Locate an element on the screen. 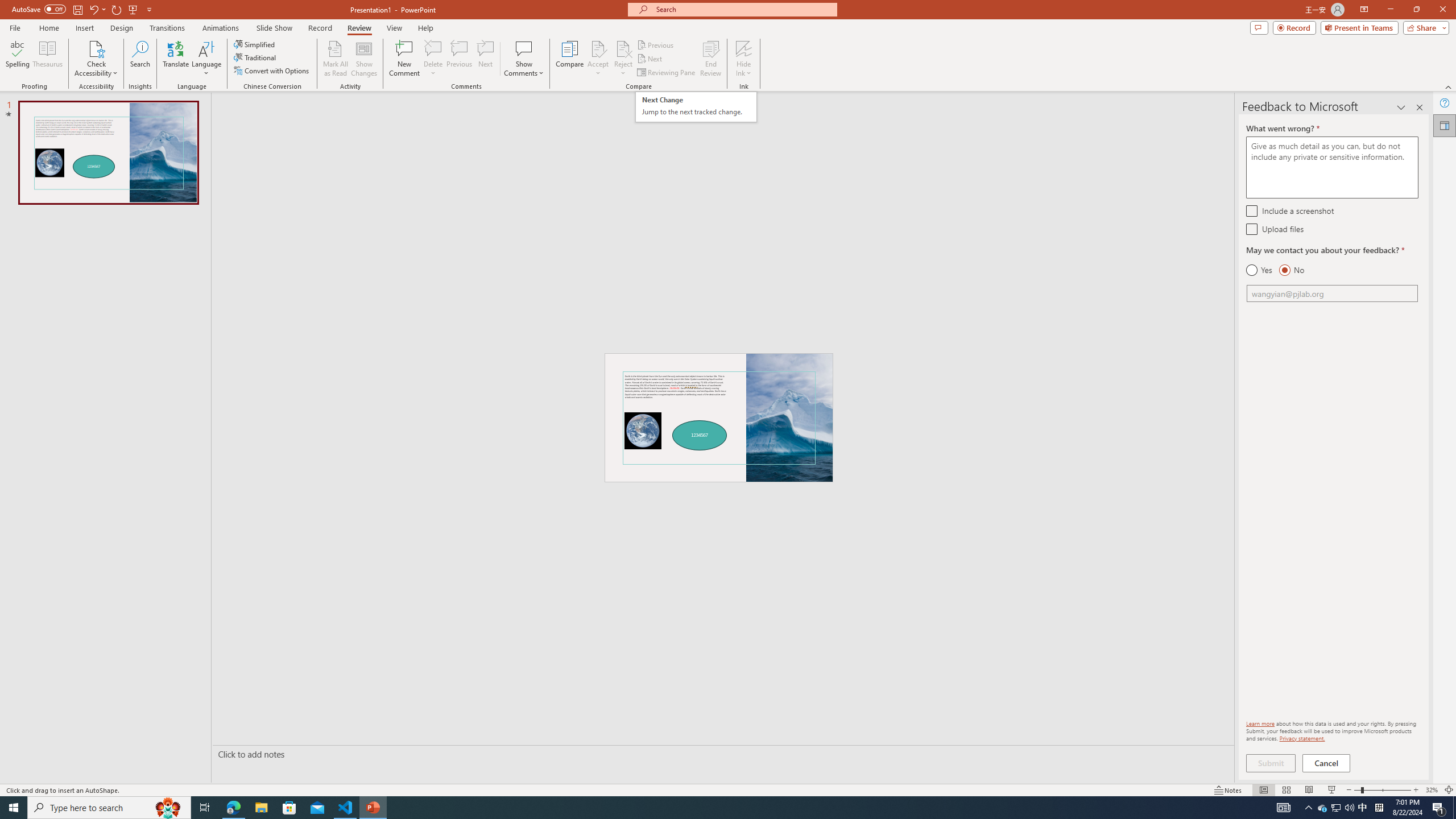 The image size is (1456, 819). 'Cancel' is located at coordinates (1326, 763).